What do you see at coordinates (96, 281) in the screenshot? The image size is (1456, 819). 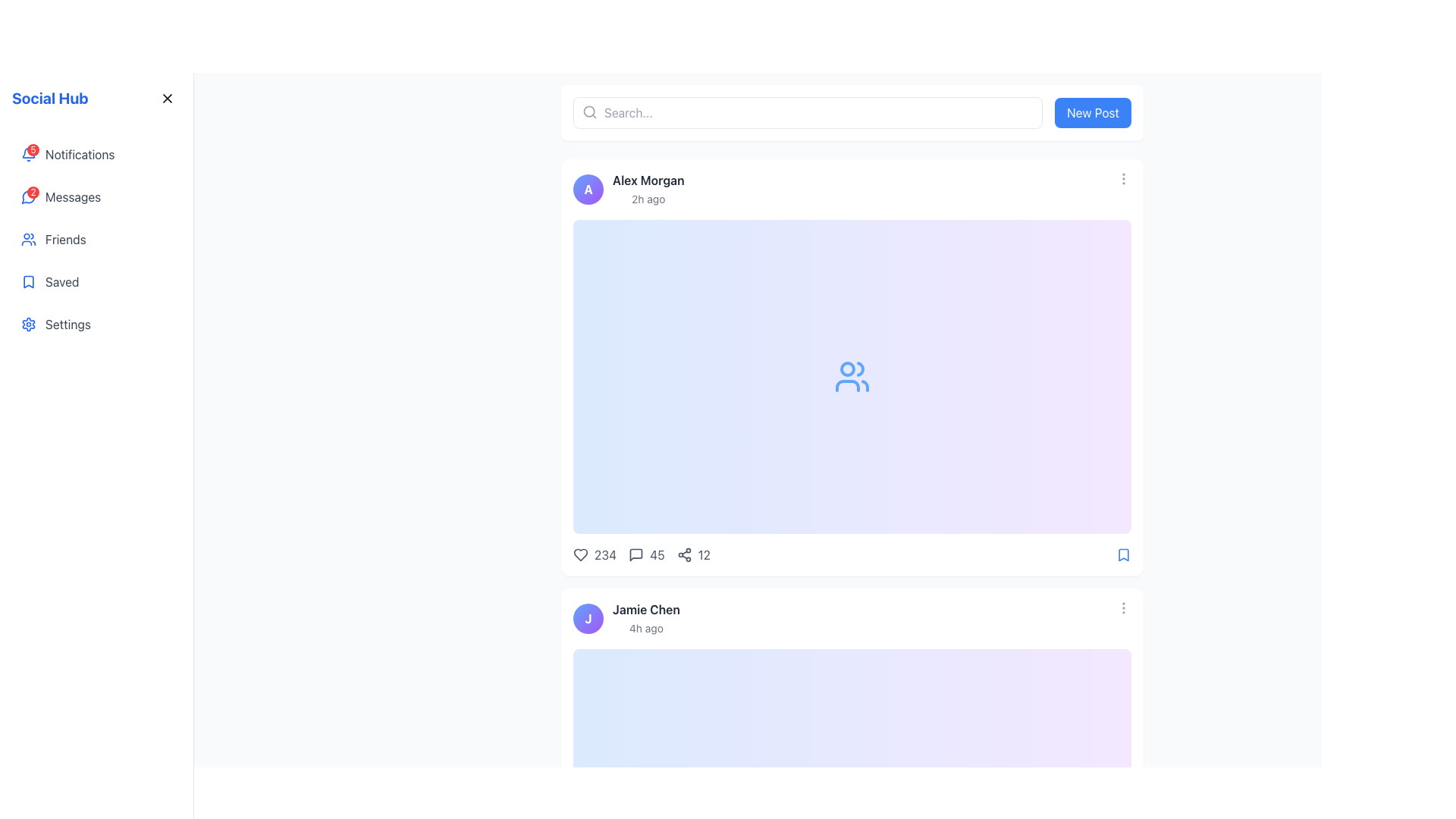 I see `the fourth item in the sidebar menu, which serves as a navigation link` at bounding box center [96, 281].